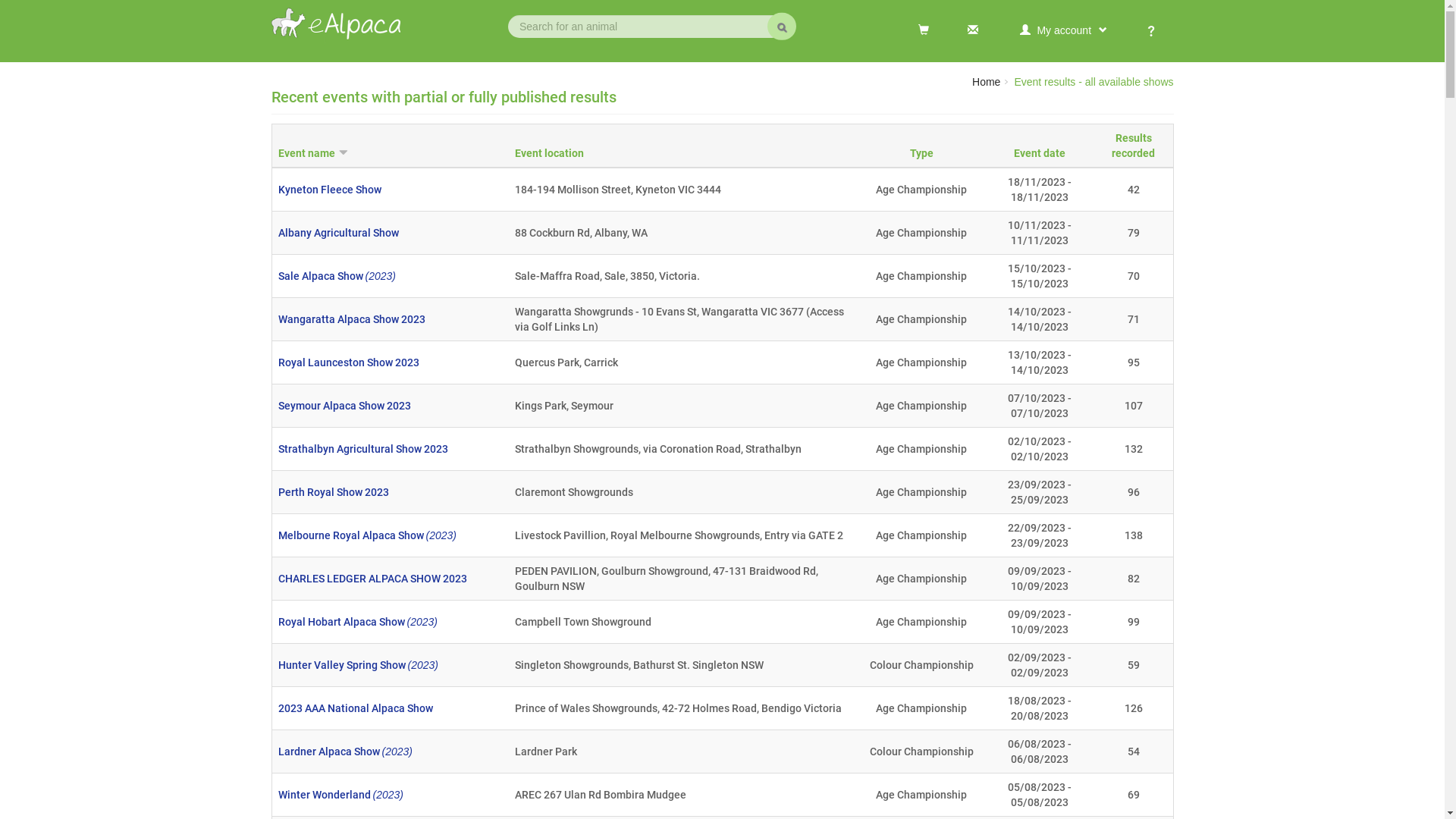  Describe the element at coordinates (347, 362) in the screenshot. I see `'Royal Launceston Show 2023'` at that location.